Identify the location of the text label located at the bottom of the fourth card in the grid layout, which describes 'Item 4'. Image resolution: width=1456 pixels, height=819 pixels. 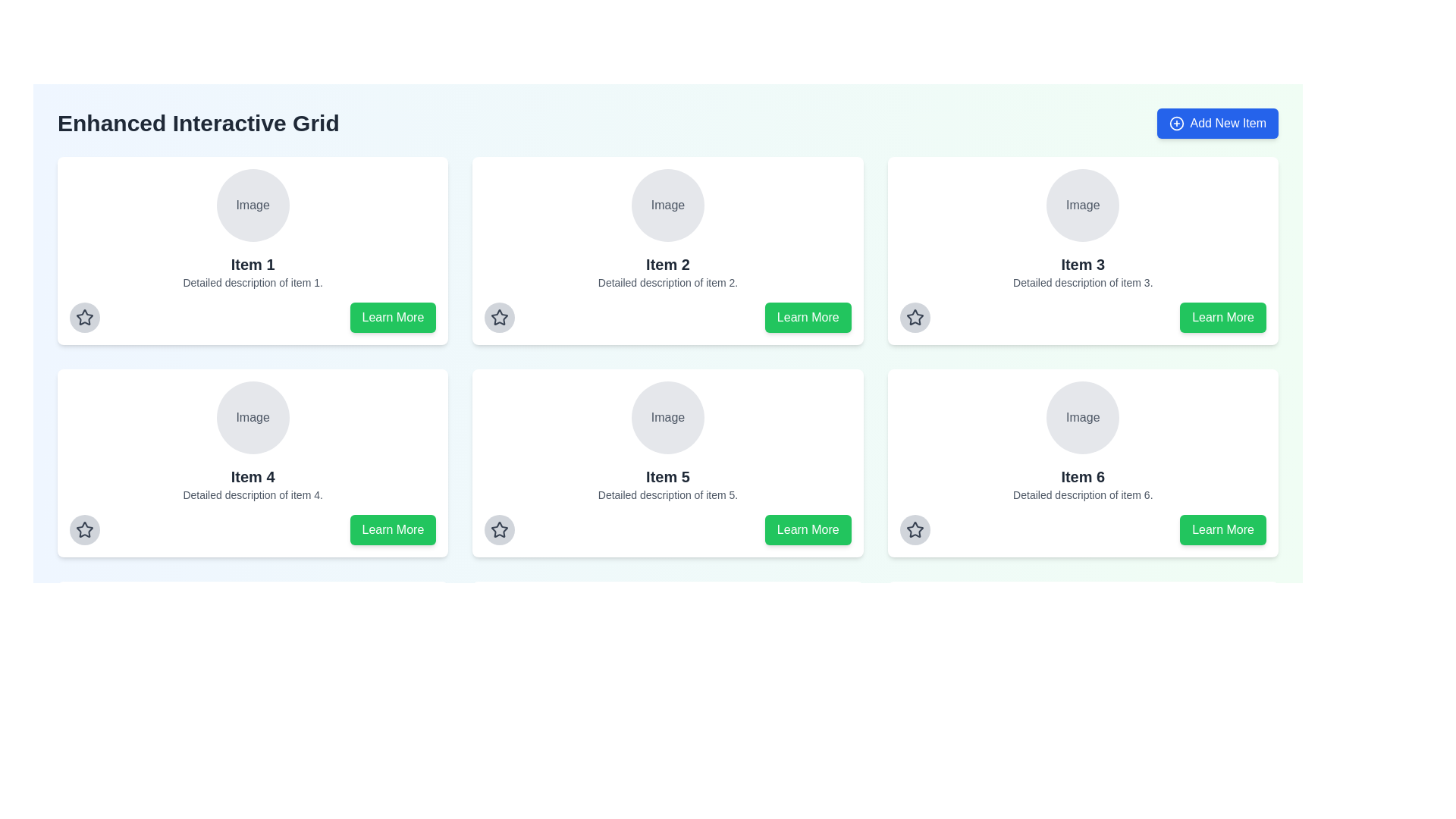
(253, 494).